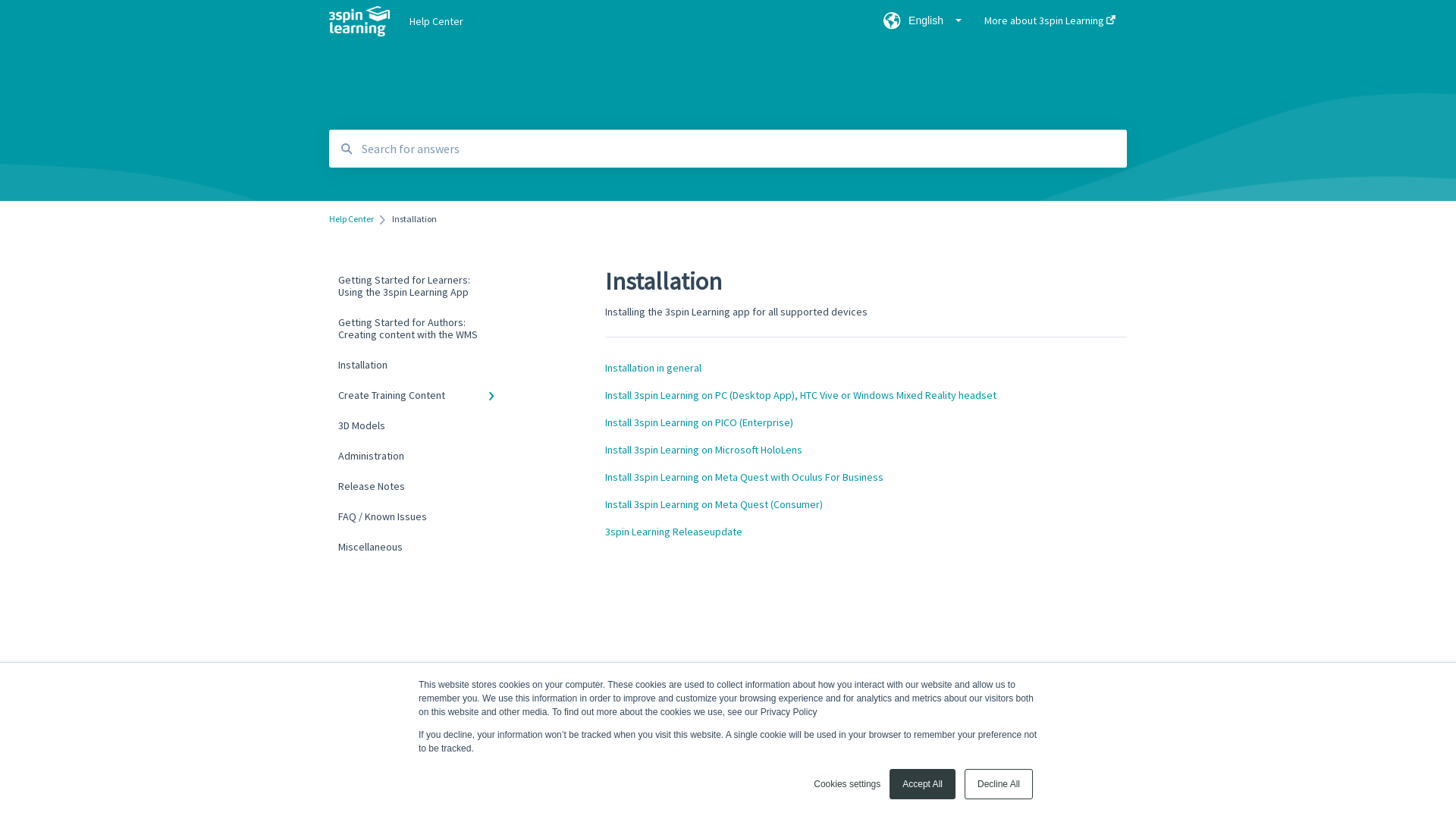 This screenshot has width=1456, height=819. Describe the element at coordinates (419, 425) in the screenshot. I see `'3D Models'` at that location.